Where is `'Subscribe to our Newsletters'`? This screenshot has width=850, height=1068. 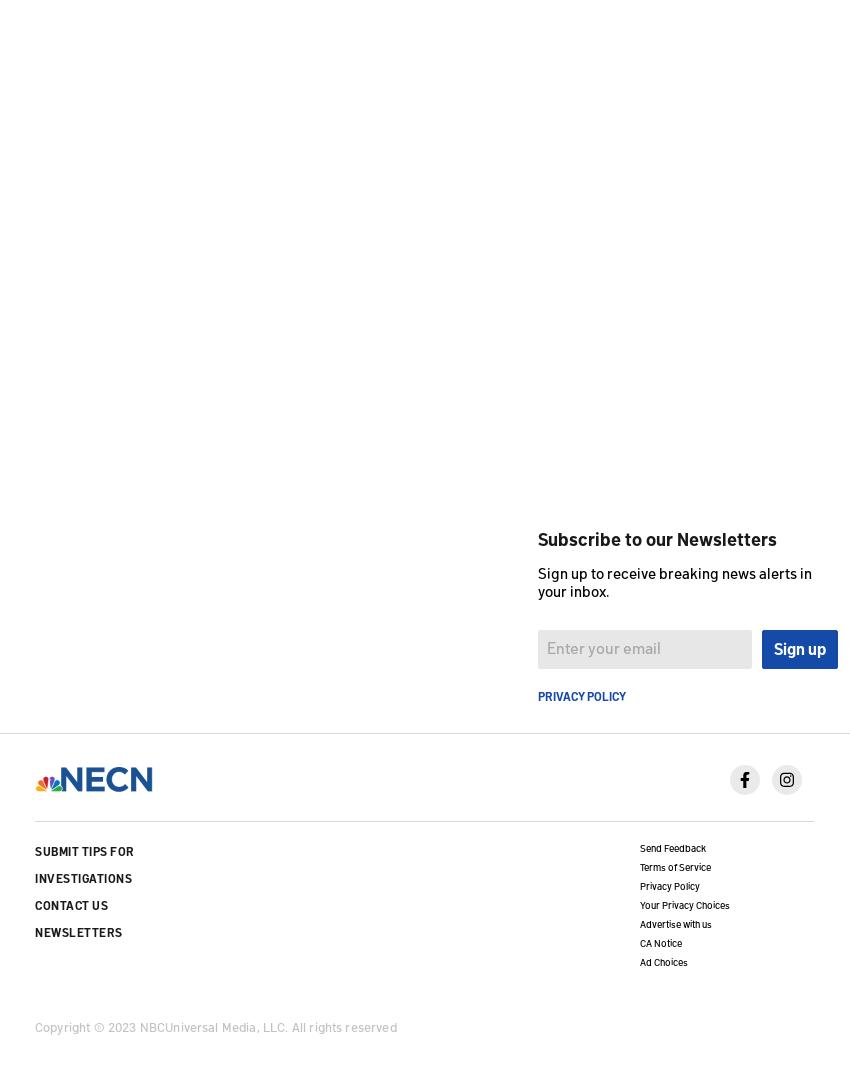
'Subscribe to our Newsletters' is located at coordinates (657, 537).